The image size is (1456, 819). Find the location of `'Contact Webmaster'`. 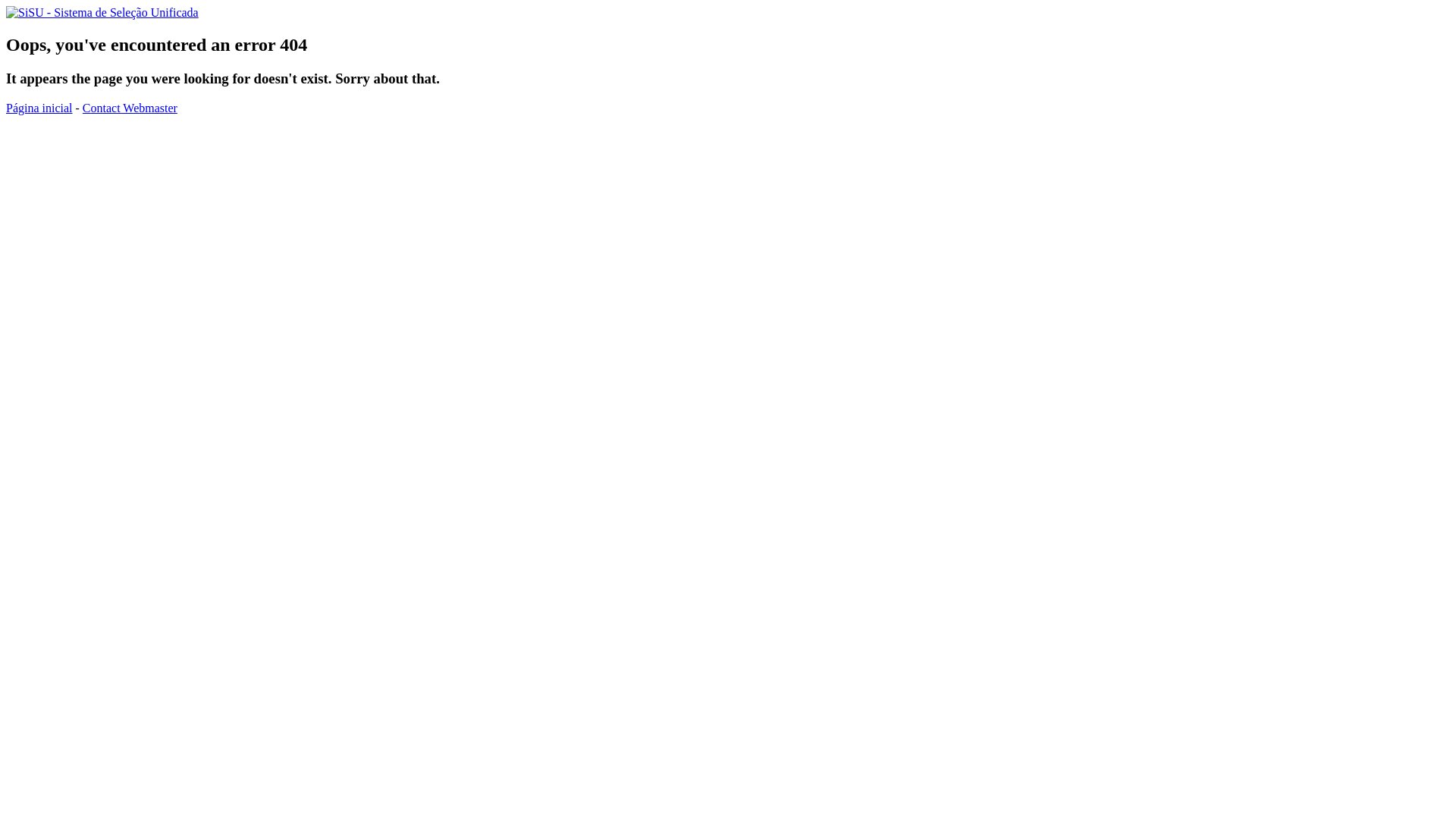

'Contact Webmaster' is located at coordinates (130, 107).